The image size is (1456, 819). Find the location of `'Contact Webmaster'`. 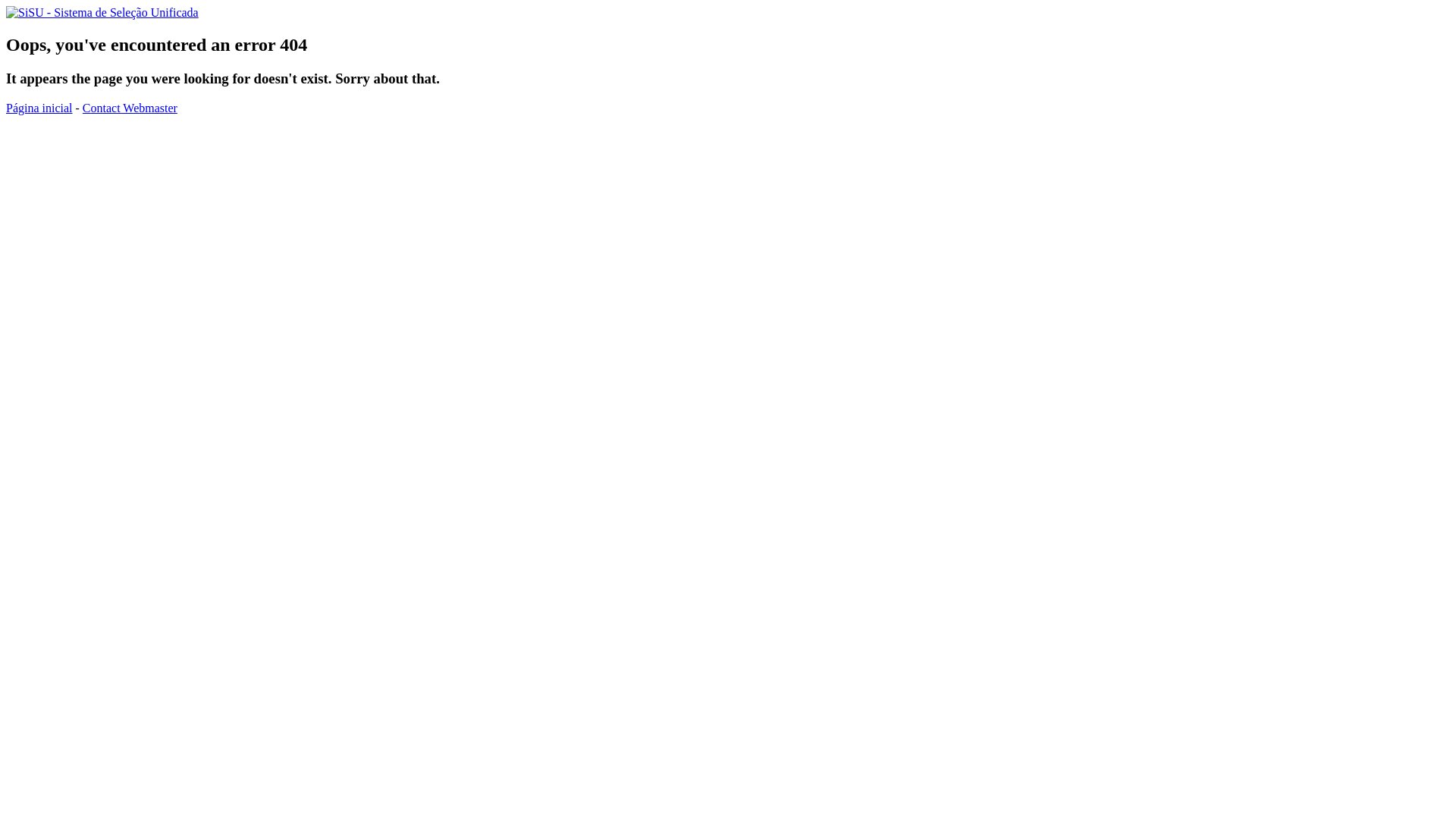

'Contact Webmaster' is located at coordinates (130, 107).